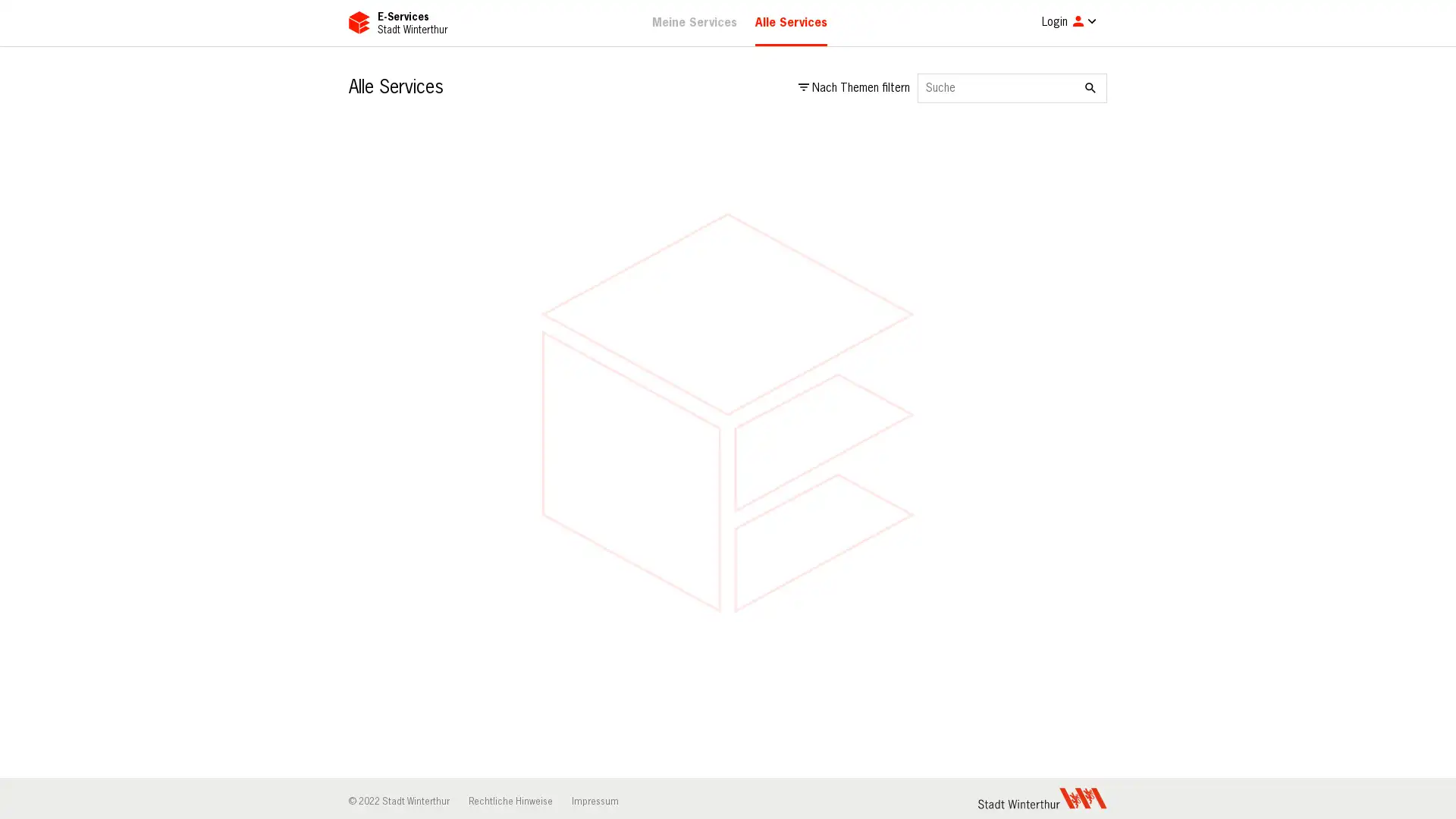  What do you see at coordinates (568, 475) in the screenshot?
I see `Service Aquafitness zu Meine Services hinzufugen` at bounding box center [568, 475].